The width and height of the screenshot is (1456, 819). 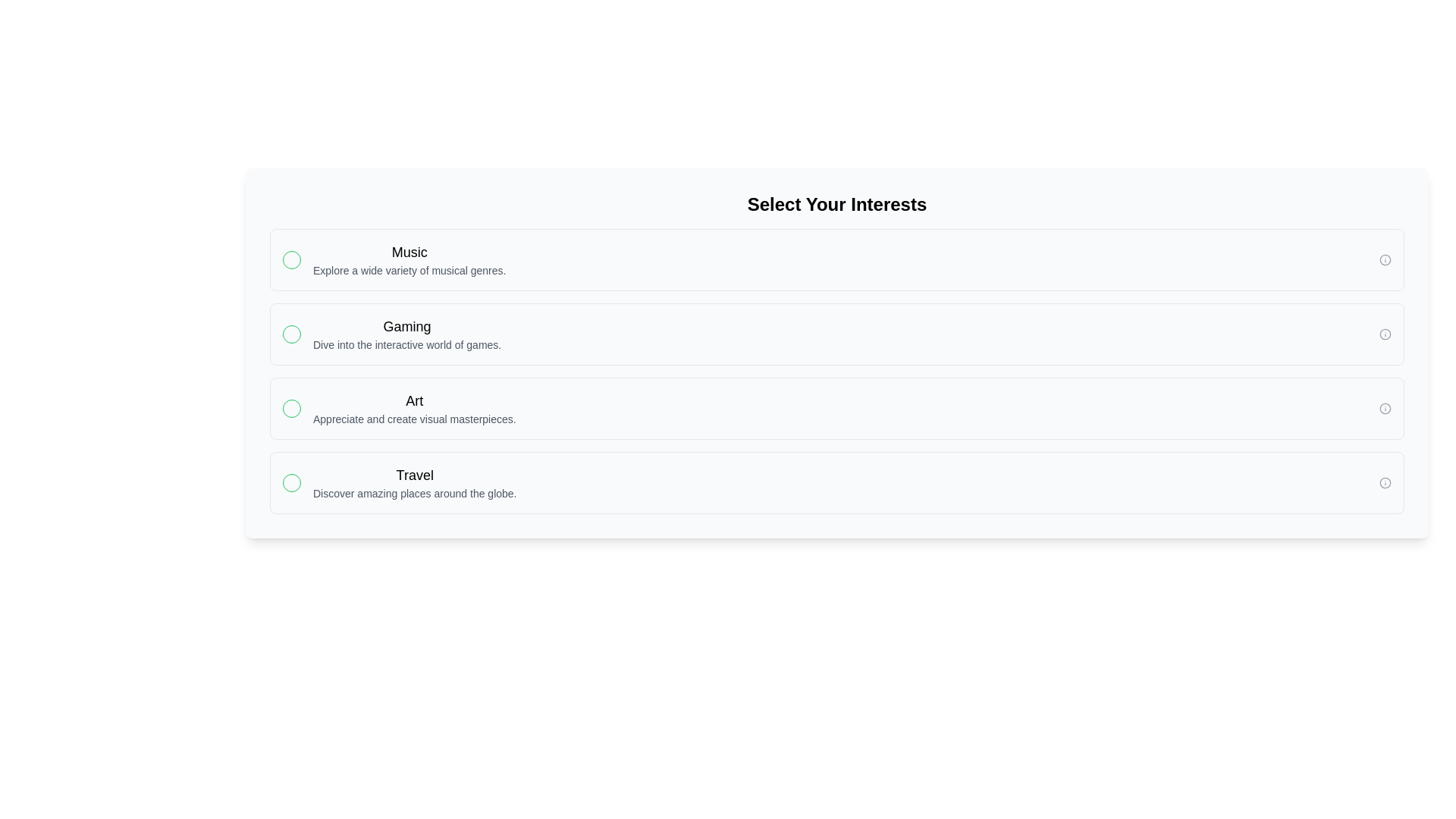 What do you see at coordinates (836, 333) in the screenshot?
I see `the option corresponding to Gaming to select it` at bounding box center [836, 333].